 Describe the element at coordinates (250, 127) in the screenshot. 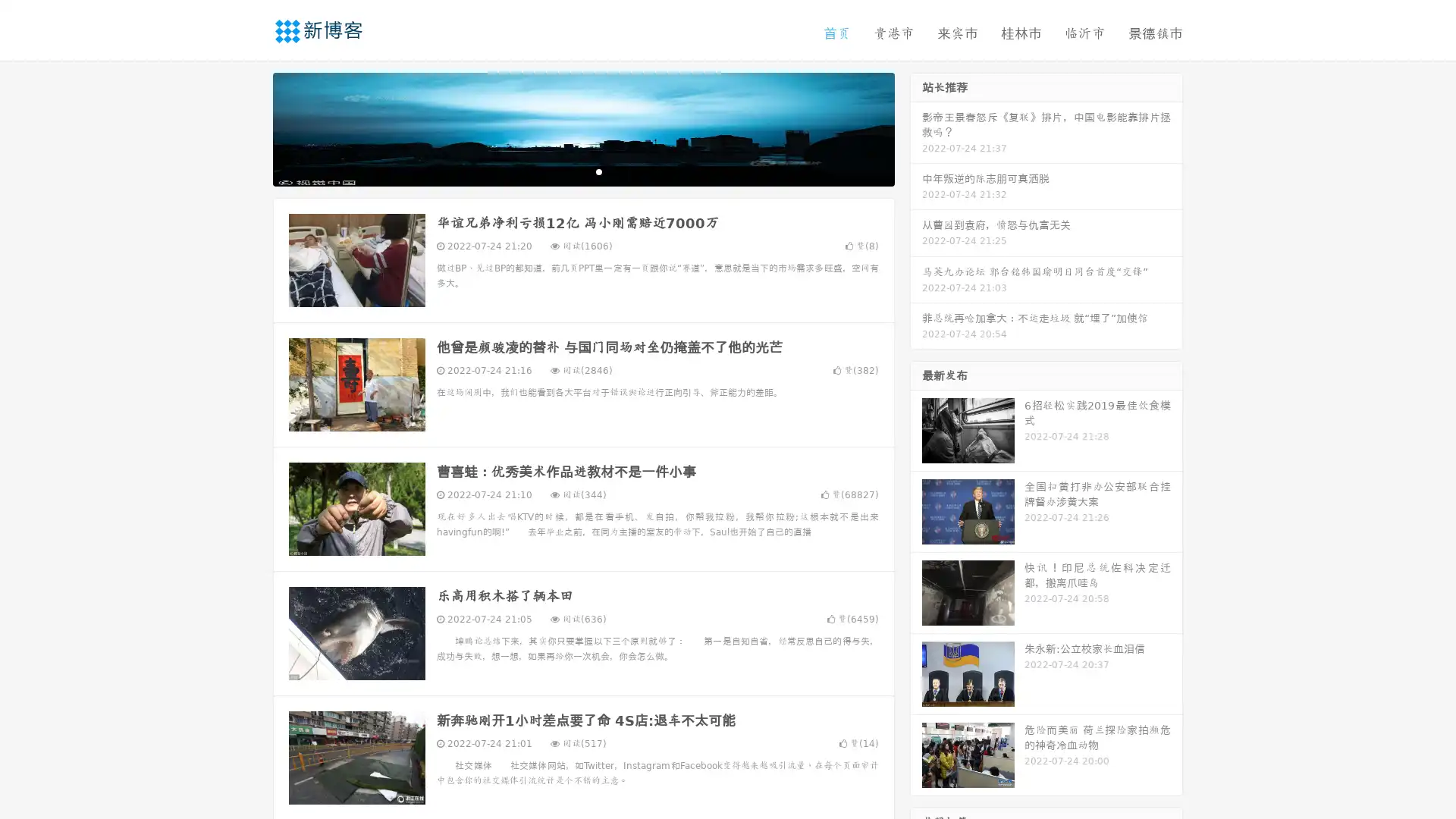

I see `Previous slide` at that location.